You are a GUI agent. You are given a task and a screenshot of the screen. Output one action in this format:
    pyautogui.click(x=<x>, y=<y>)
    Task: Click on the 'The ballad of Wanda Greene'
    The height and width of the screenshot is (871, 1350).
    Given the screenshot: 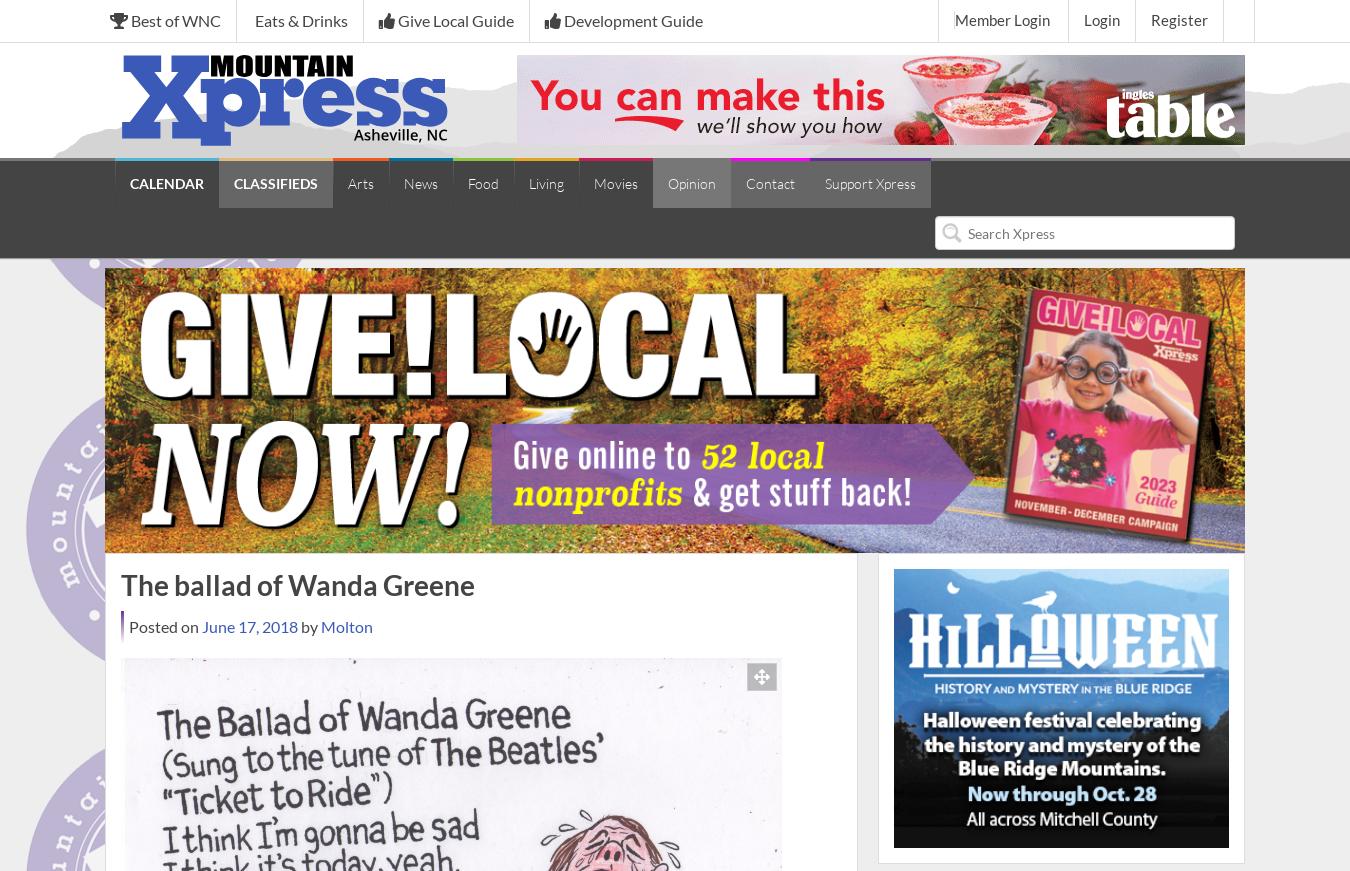 What is the action you would take?
    pyautogui.click(x=296, y=583)
    